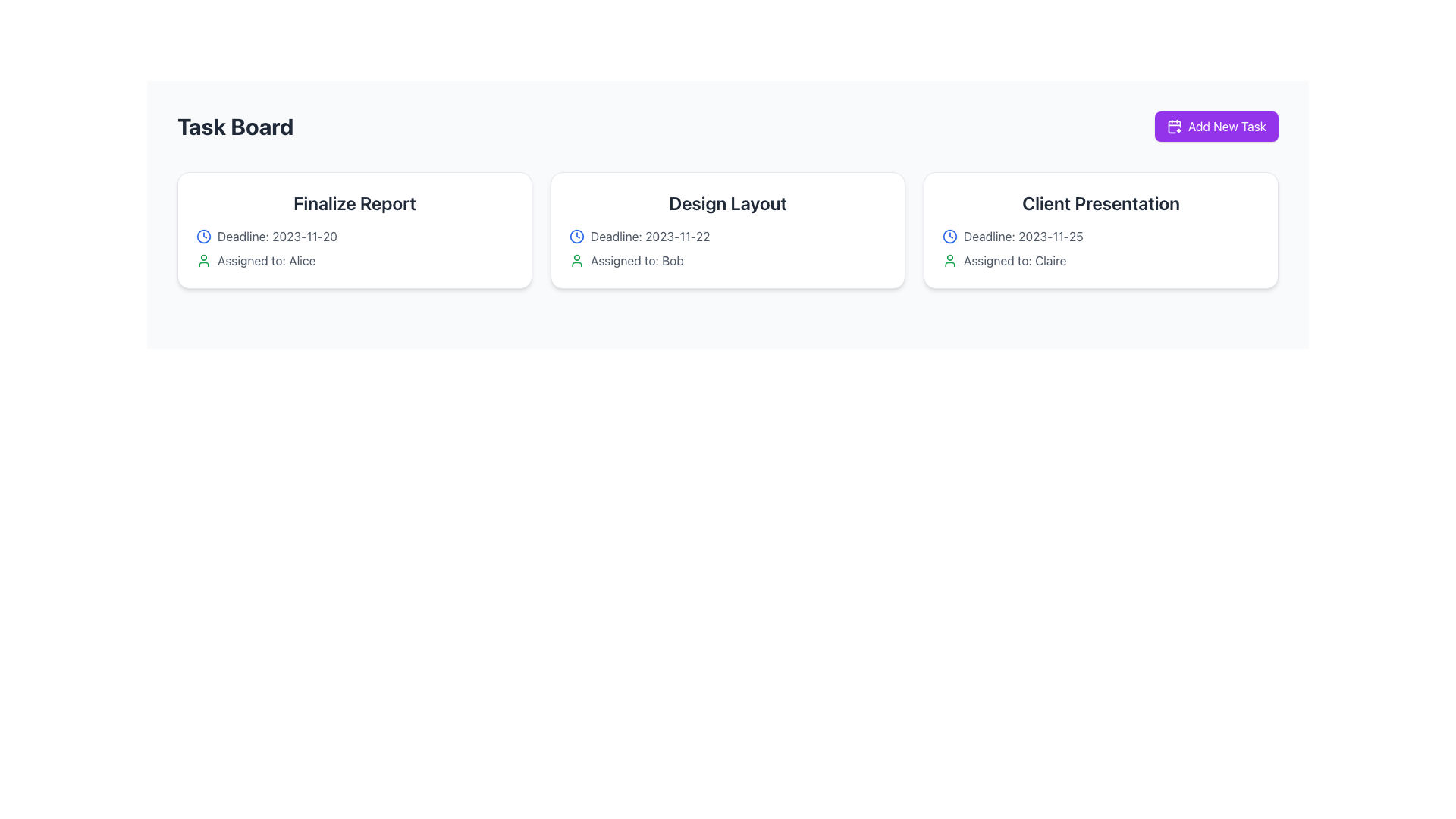  I want to click on the 'Add New Task' button which contains the text label styled with white text on a vibrant purple background, located in the upper-right corner of the interface, so click(1227, 125).